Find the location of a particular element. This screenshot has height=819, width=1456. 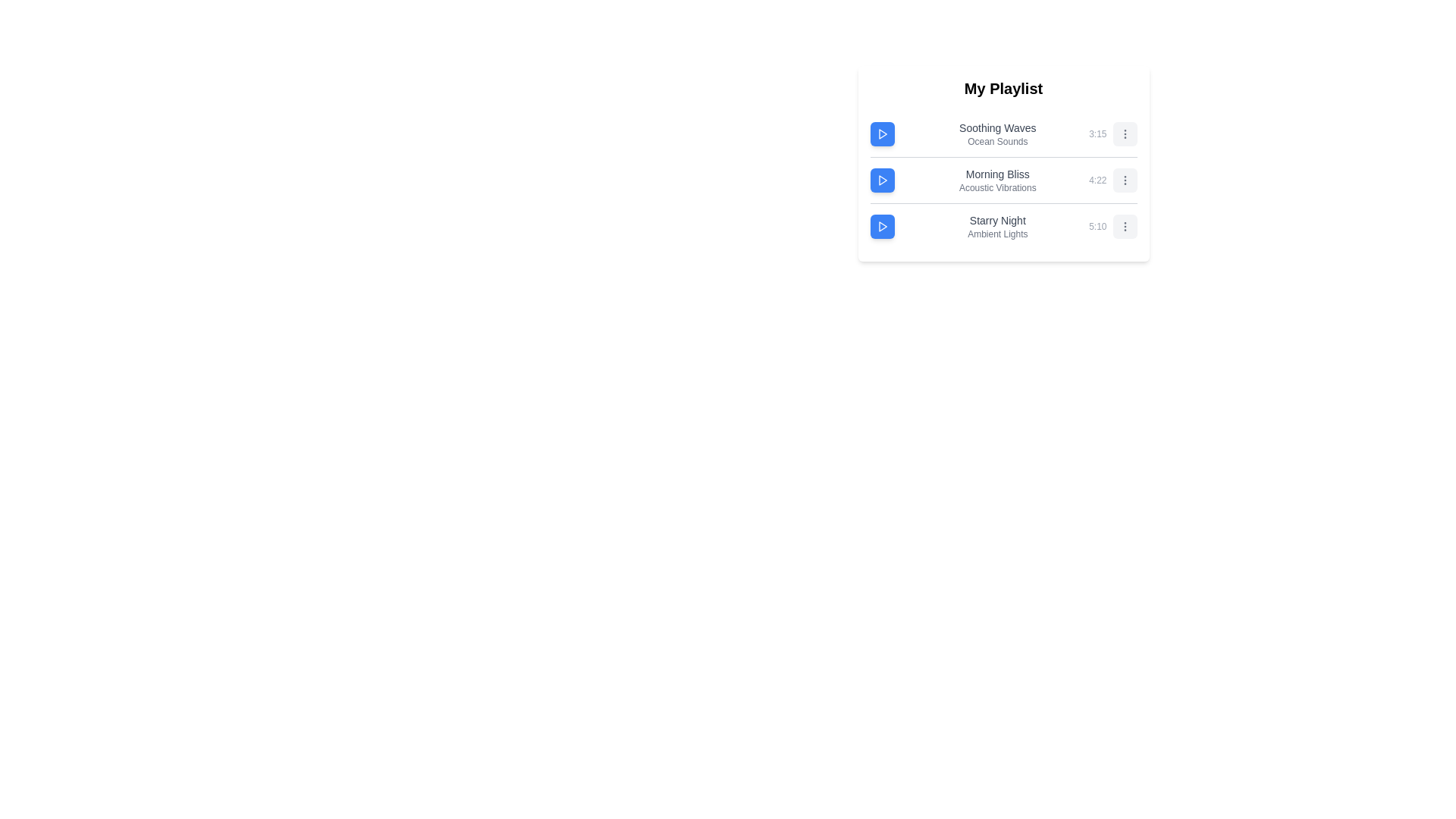

the blue triangular play button icon in the playlist section associated with the 'Starry Night' song item is located at coordinates (883, 227).